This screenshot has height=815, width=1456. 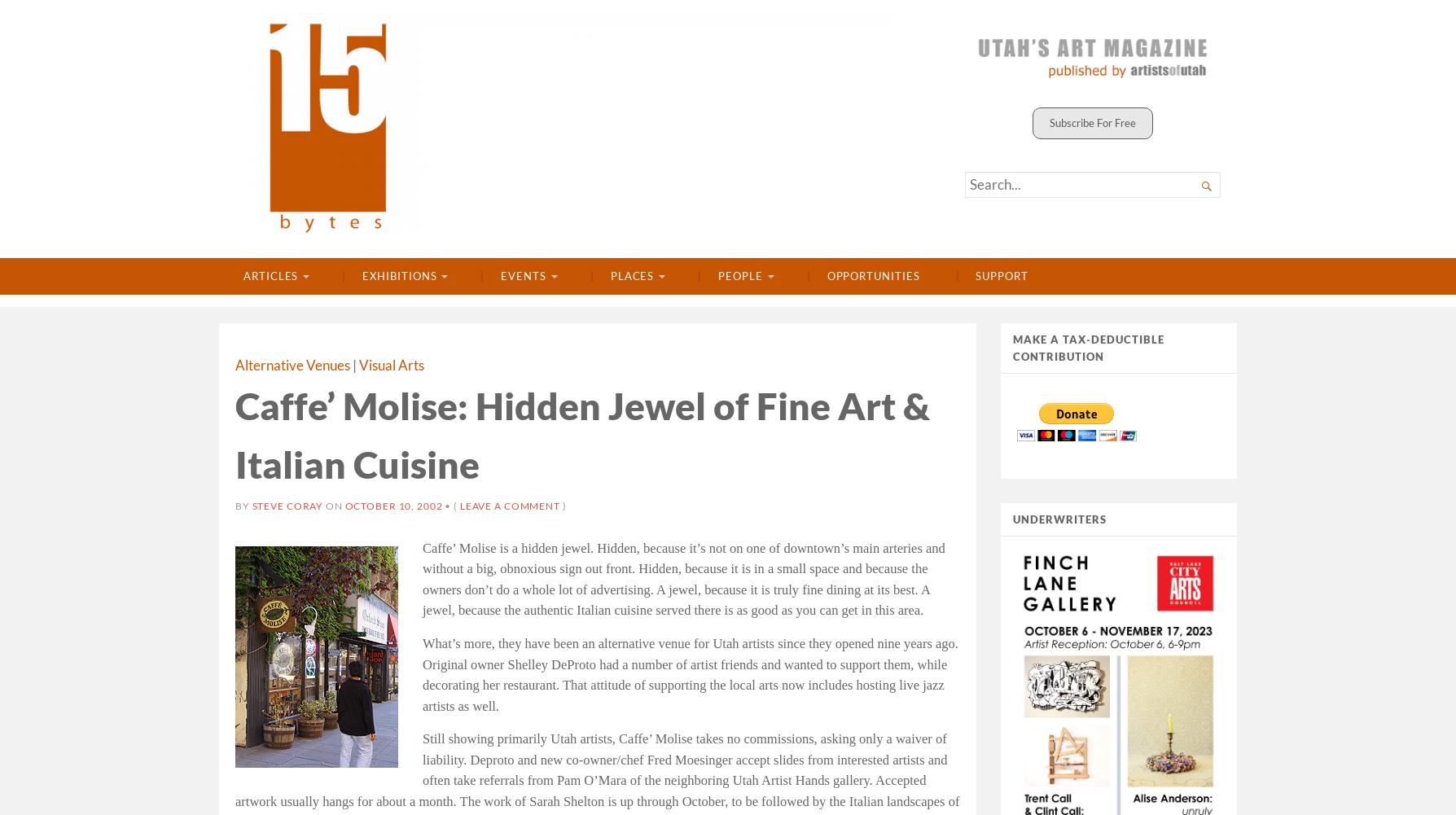 I want to click on 'Events', so click(x=501, y=276).